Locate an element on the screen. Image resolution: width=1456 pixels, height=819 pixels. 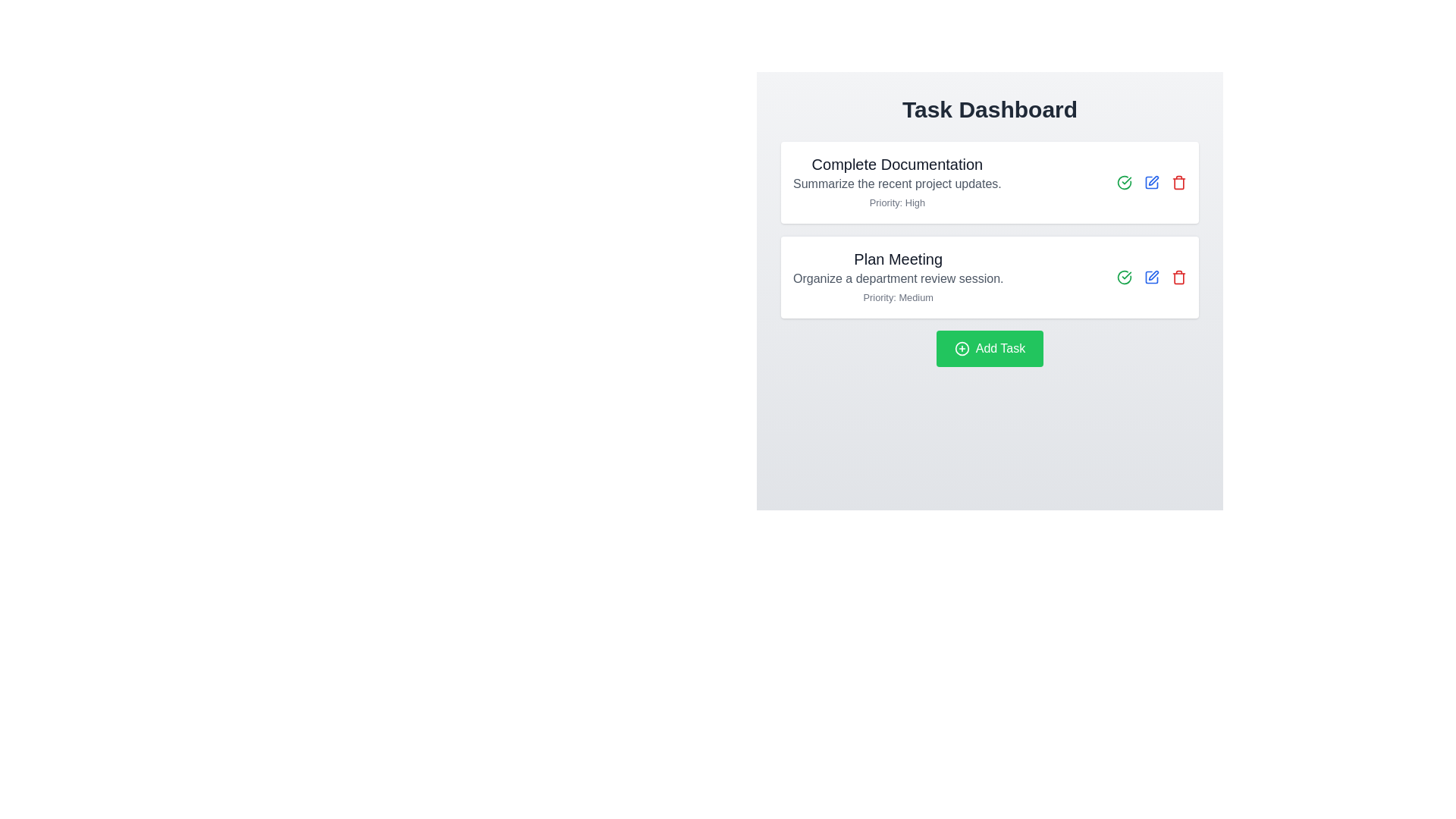
the edit button icon located to the right of the green checkmark and left of the red trashcan for the task 'Plan Meeting' is located at coordinates (1151, 278).